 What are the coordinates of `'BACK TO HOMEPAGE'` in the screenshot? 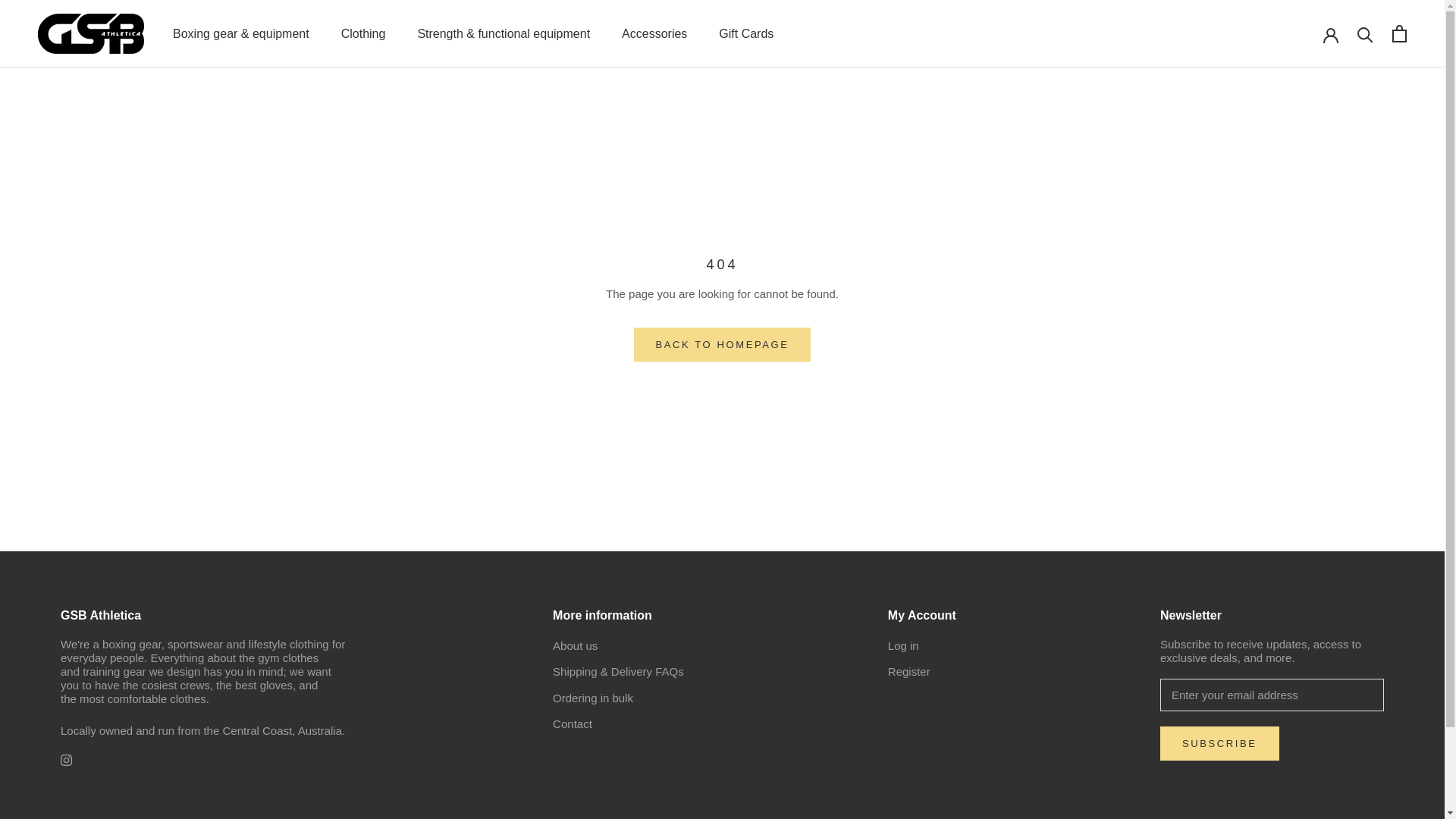 It's located at (722, 344).